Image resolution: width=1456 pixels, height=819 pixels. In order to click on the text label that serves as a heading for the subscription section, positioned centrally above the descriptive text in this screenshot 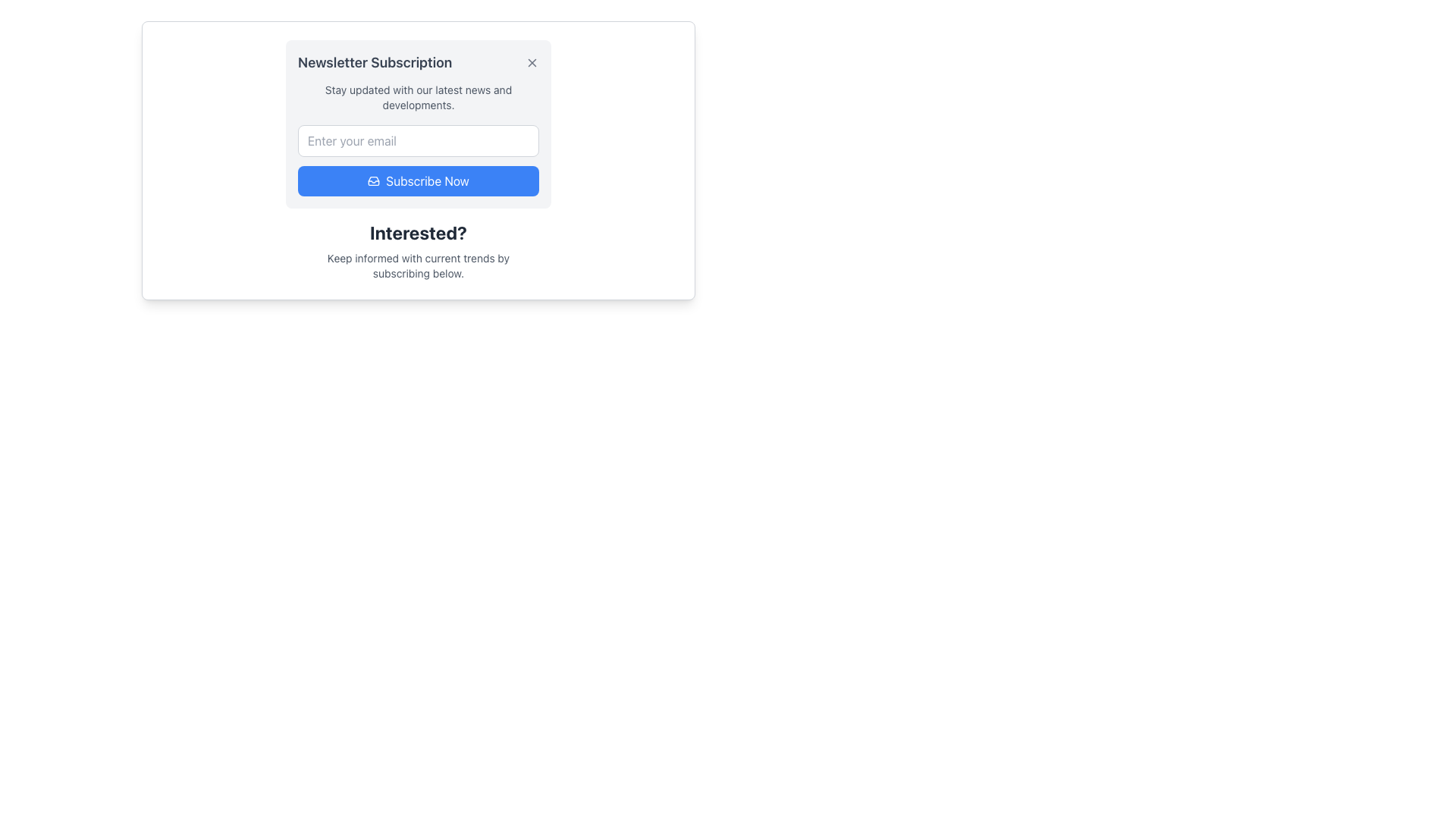, I will do `click(419, 233)`.